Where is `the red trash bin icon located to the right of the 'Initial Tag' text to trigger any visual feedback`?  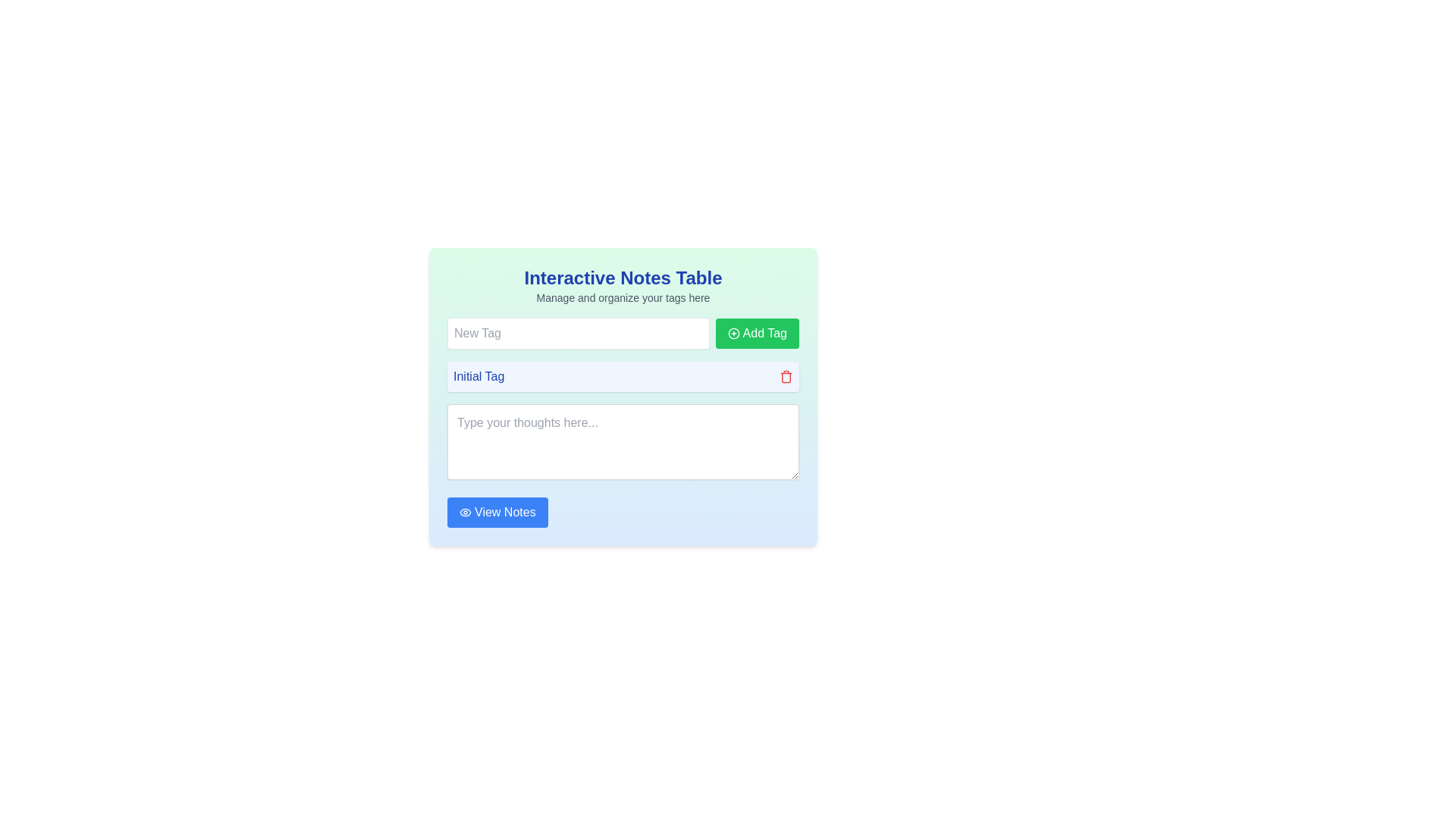 the red trash bin icon located to the right of the 'Initial Tag' text to trigger any visual feedback is located at coordinates (786, 376).